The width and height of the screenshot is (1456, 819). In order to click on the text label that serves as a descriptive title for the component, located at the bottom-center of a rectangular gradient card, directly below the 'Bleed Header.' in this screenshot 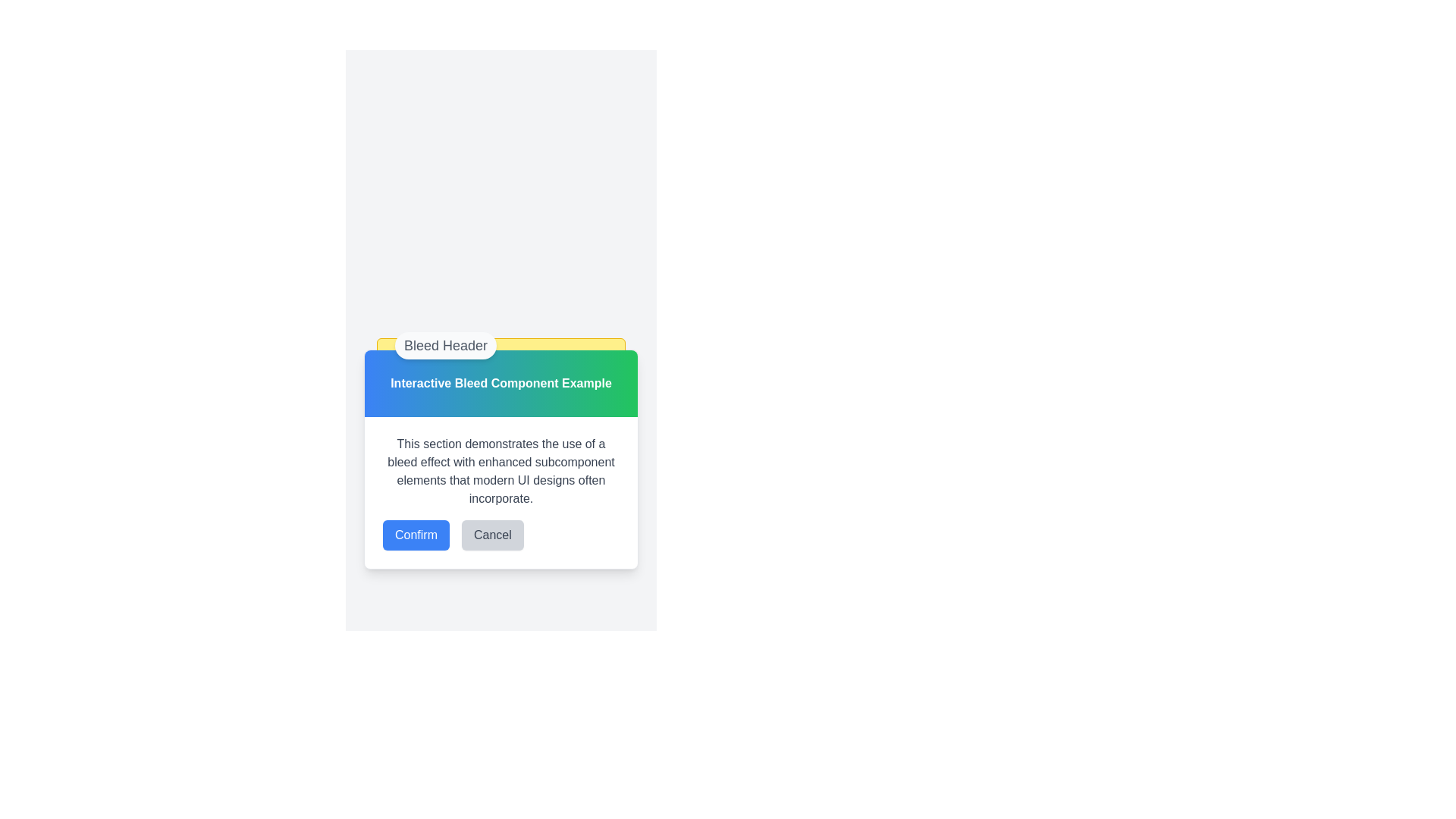, I will do `click(501, 382)`.